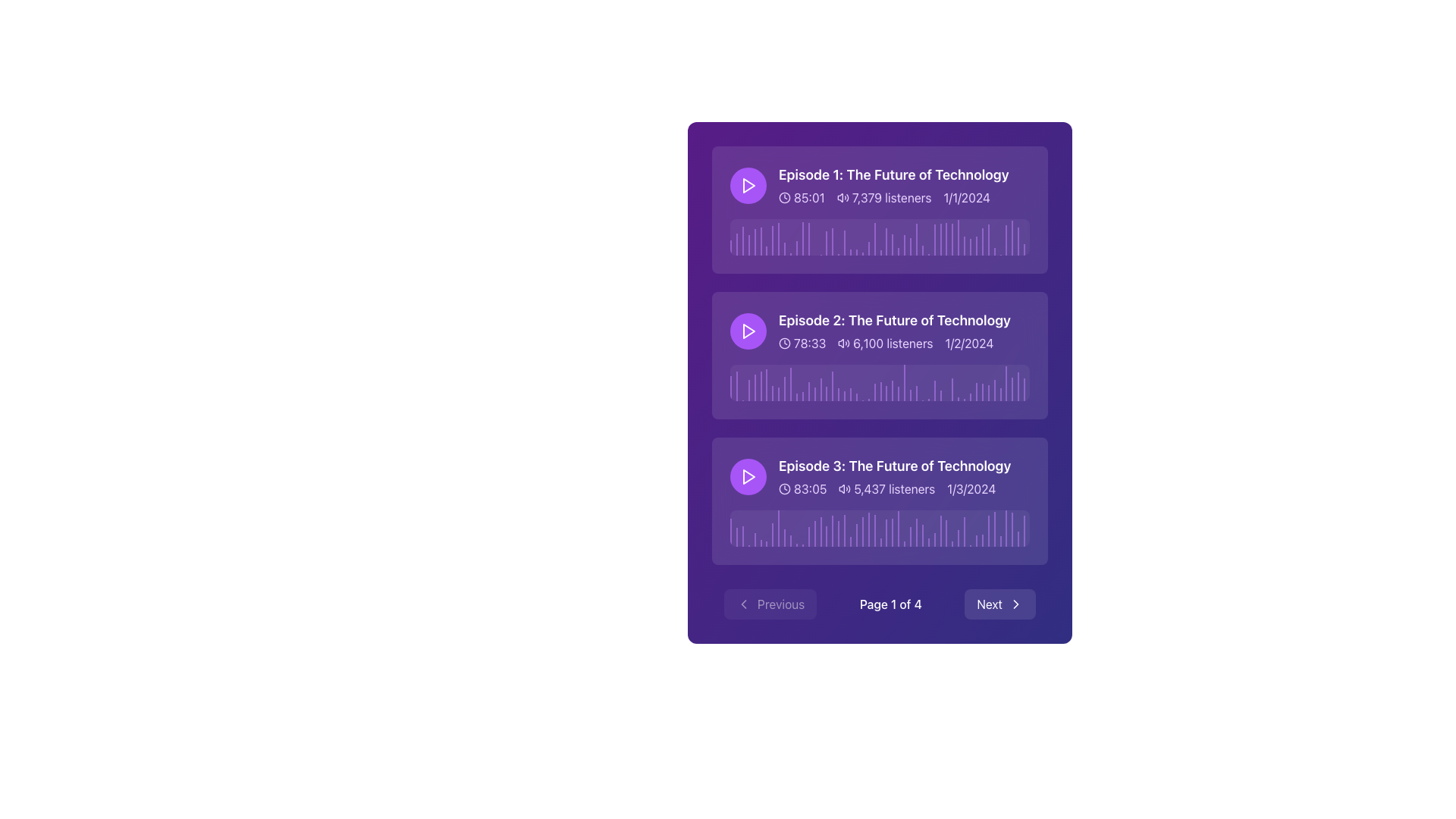  What do you see at coordinates (968, 343) in the screenshot?
I see `date displayed in the text label located at the bottom-right corner of the second card, which shows '1/2/2024'` at bounding box center [968, 343].